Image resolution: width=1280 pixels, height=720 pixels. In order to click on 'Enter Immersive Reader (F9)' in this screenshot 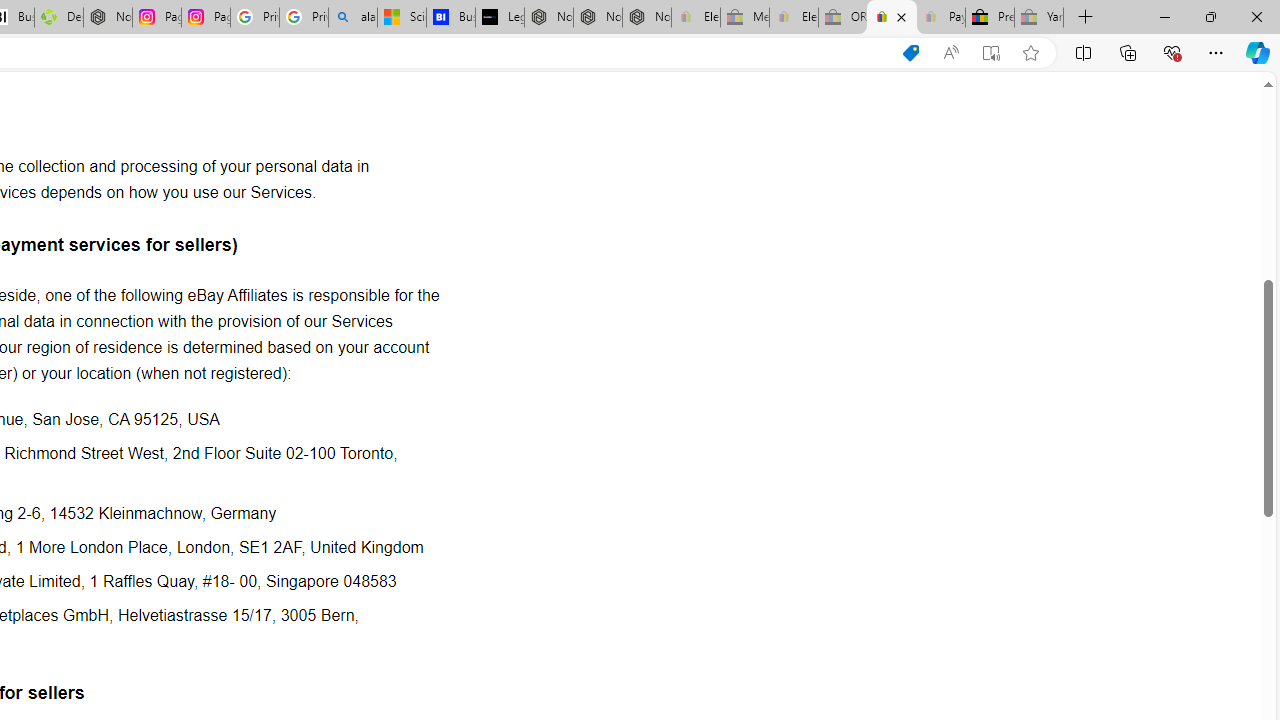, I will do `click(991, 52)`.